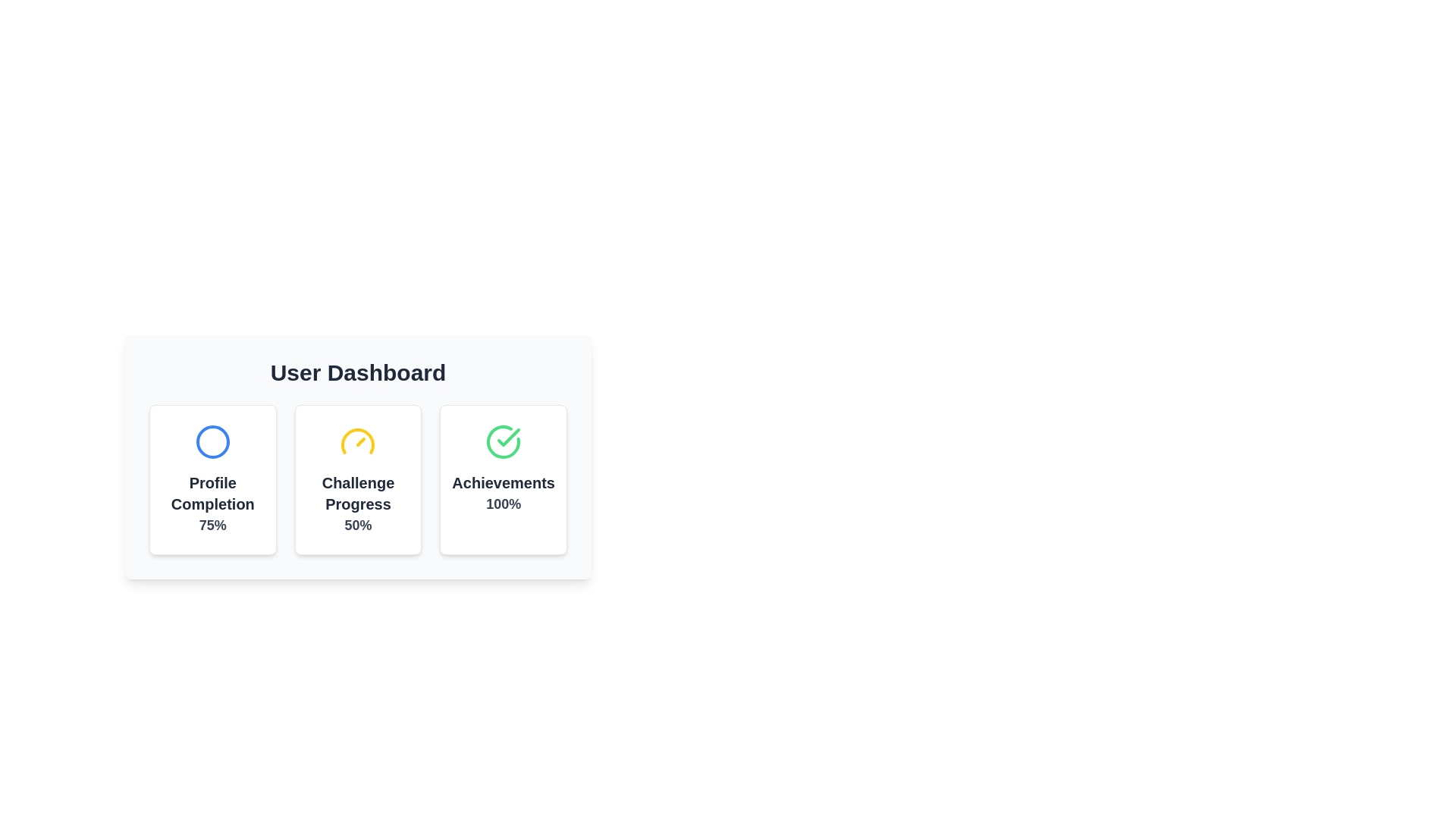  What do you see at coordinates (504, 479) in the screenshot?
I see `'Achievements' information card which shows a complete progress of 100%. This card is the third in a horizontal row of three cards, positioned below the 'User Dashboard' heading and to the right of the 'Challenge Progress' card` at bounding box center [504, 479].